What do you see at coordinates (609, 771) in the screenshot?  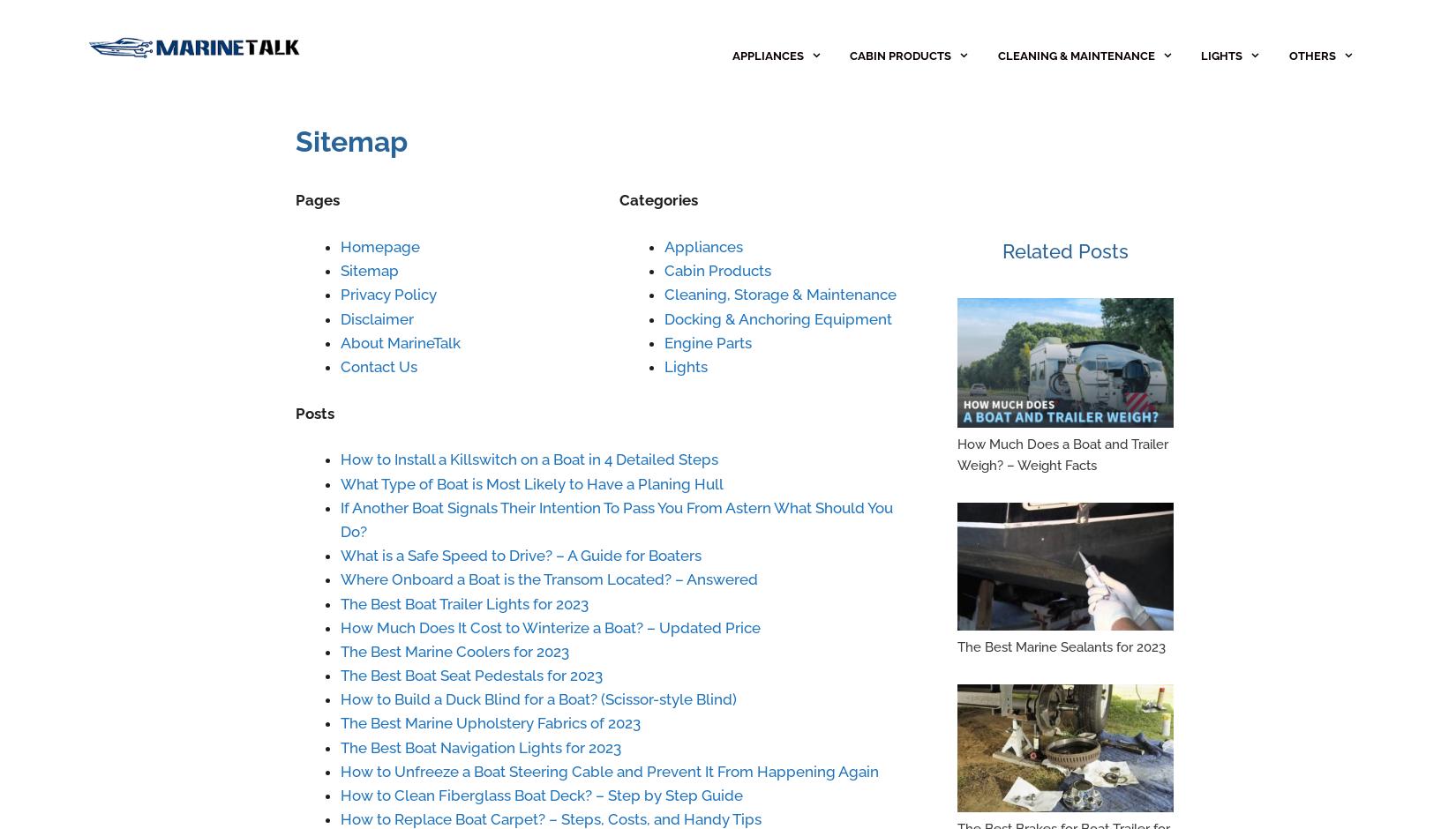 I see `'How to Unfreeze a Boat Steering Cable and Prevent It From Happening Again'` at bounding box center [609, 771].